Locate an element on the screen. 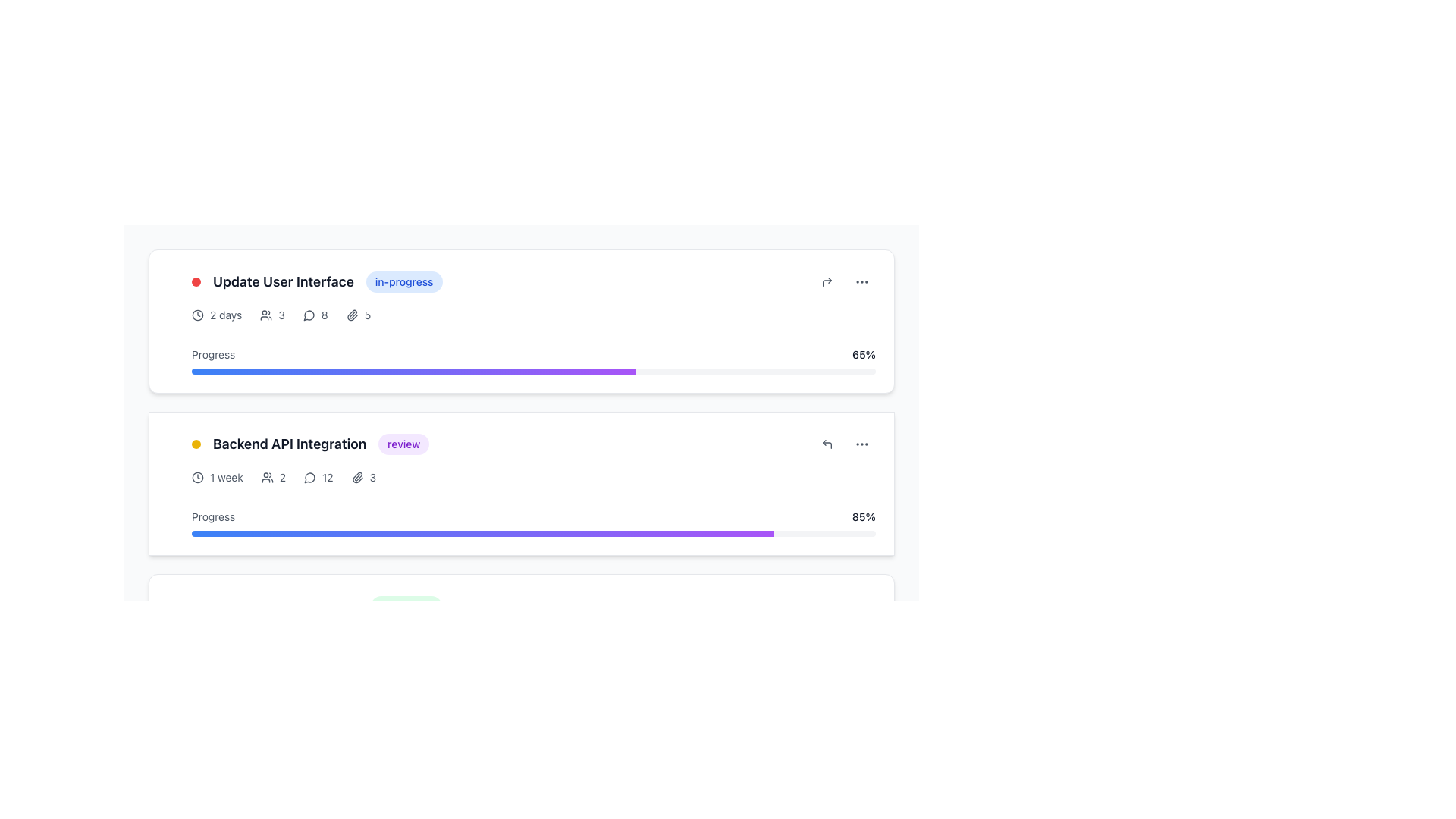  the horizontal progress bar which has a light gray background and a filled portion transitioning from blue to purple, indicating 65% progress is located at coordinates (534, 371).